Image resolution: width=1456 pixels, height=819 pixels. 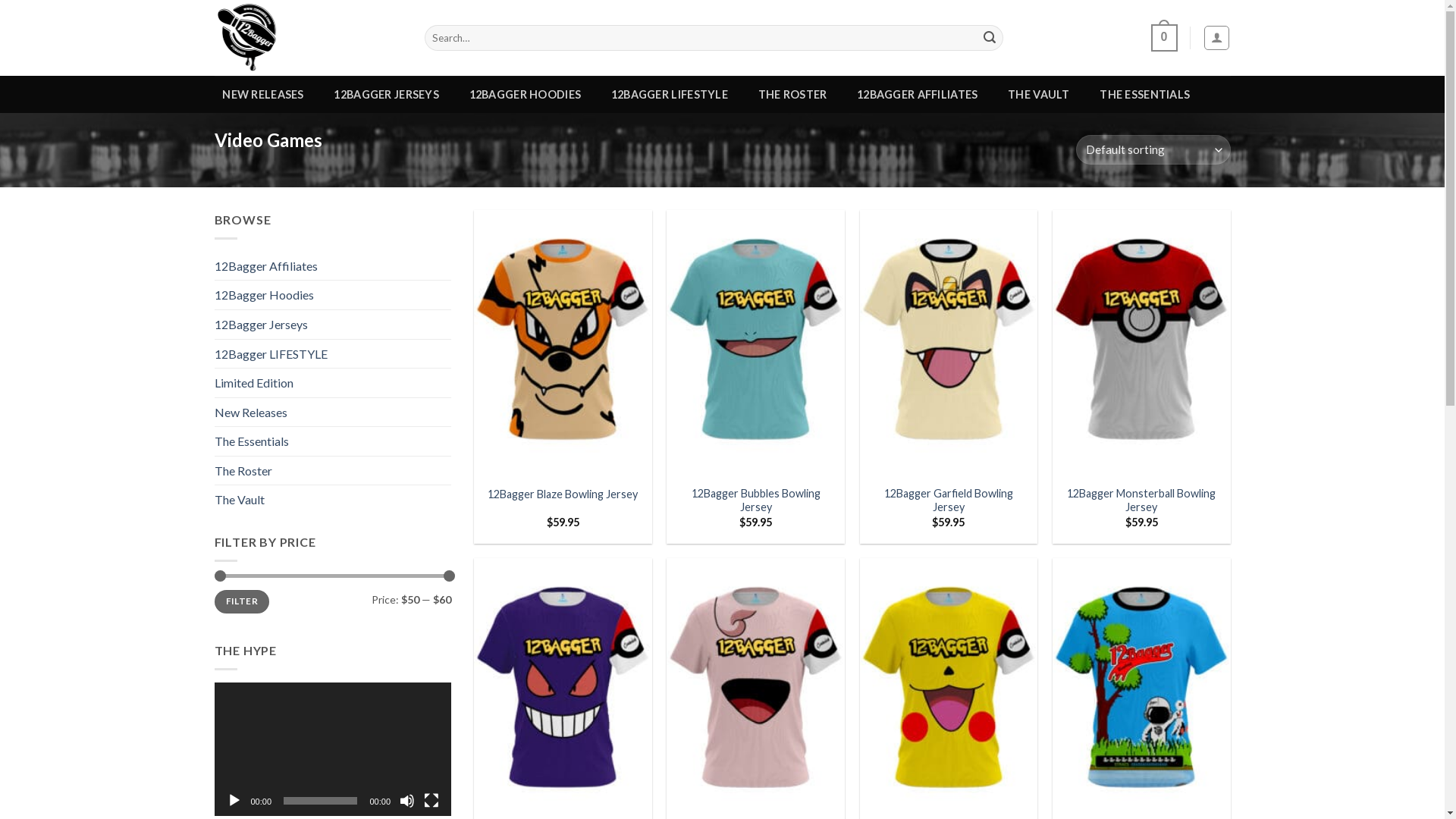 What do you see at coordinates (213, 441) in the screenshot?
I see `'The Essentials'` at bounding box center [213, 441].